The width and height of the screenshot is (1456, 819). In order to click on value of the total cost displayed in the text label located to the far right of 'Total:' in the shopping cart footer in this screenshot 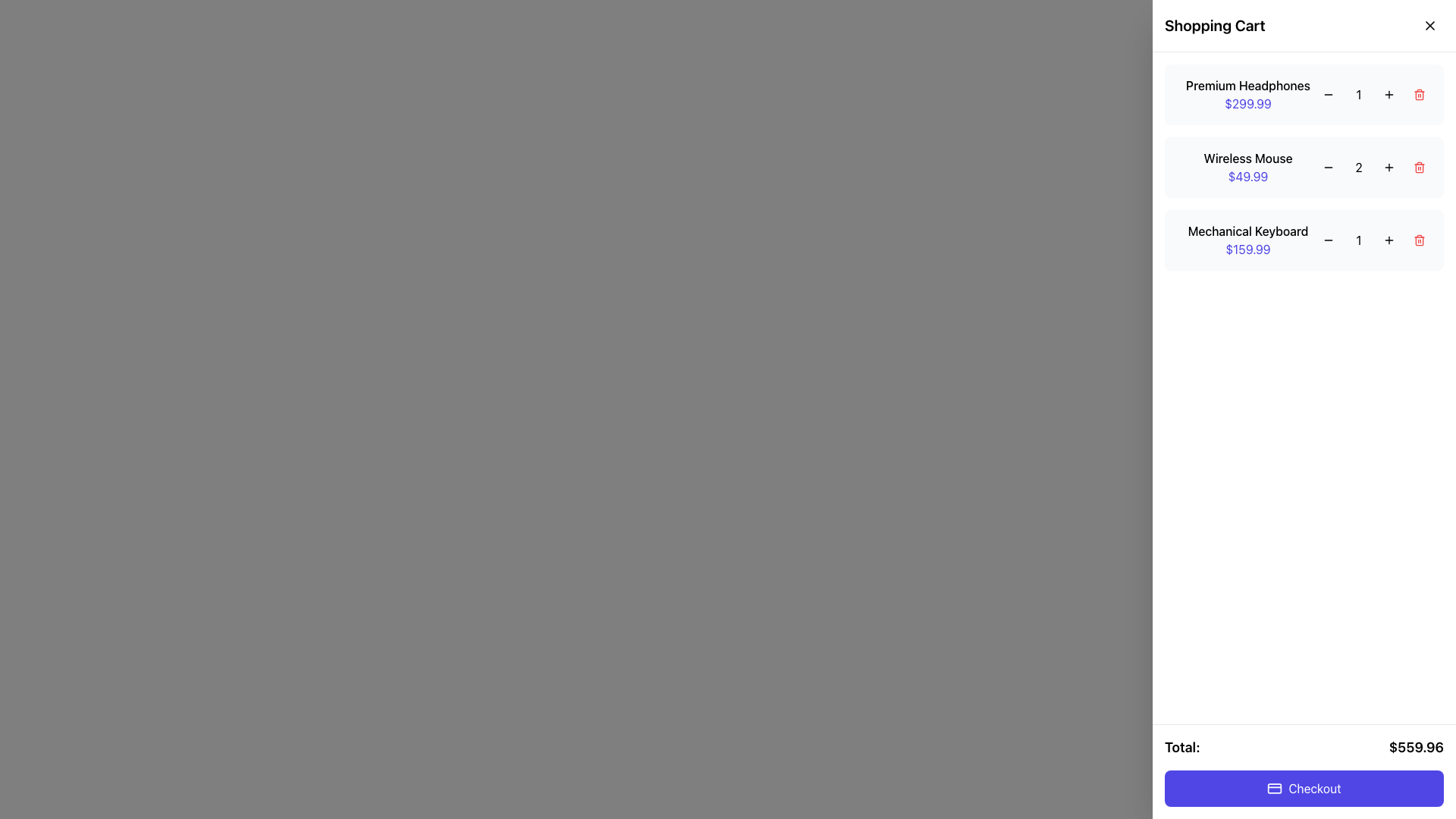, I will do `click(1415, 747)`.